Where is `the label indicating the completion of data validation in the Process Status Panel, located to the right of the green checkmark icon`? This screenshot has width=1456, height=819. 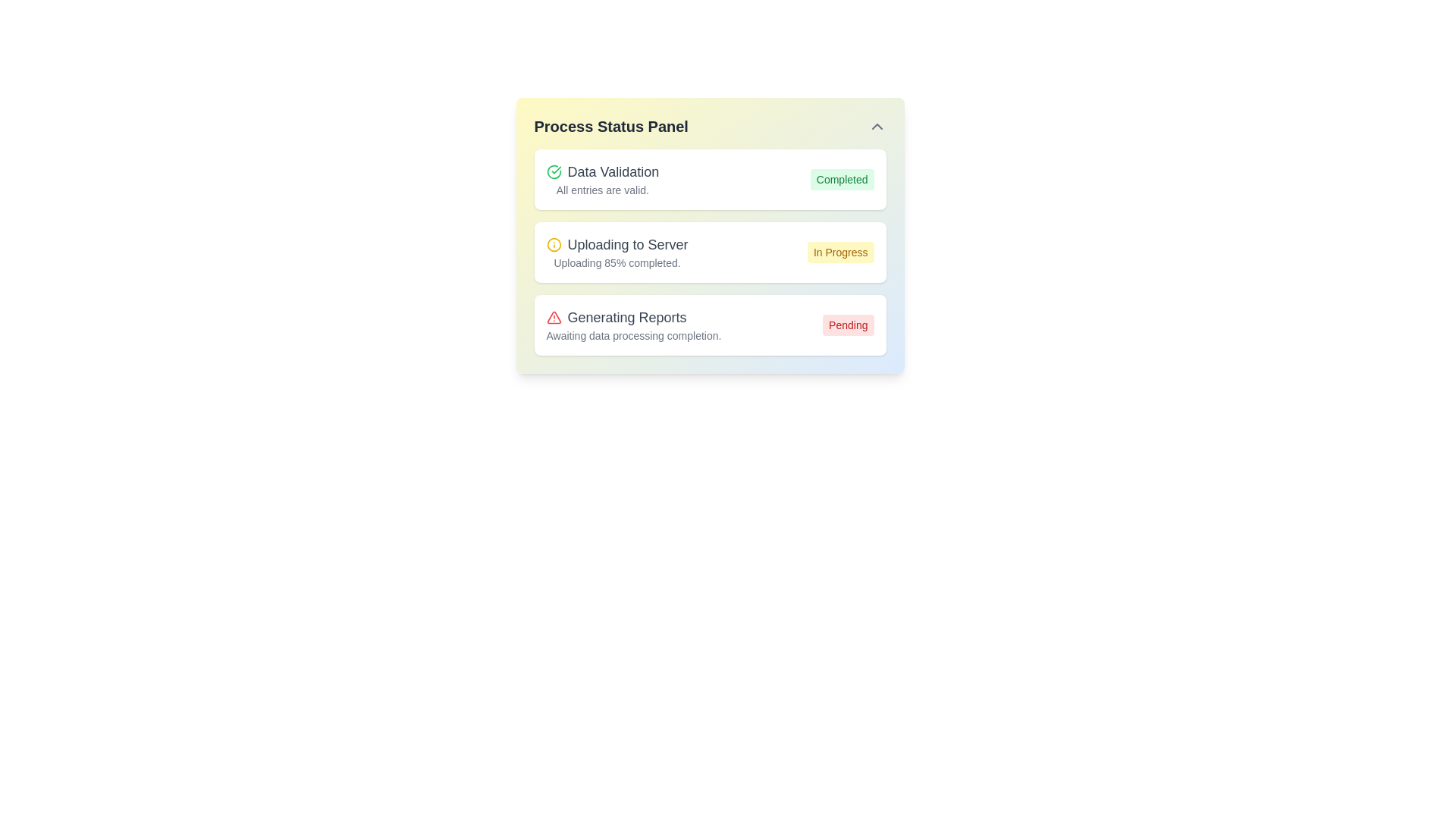
the label indicating the completion of data validation in the Process Status Panel, located to the right of the green checkmark icon is located at coordinates (601, 171).